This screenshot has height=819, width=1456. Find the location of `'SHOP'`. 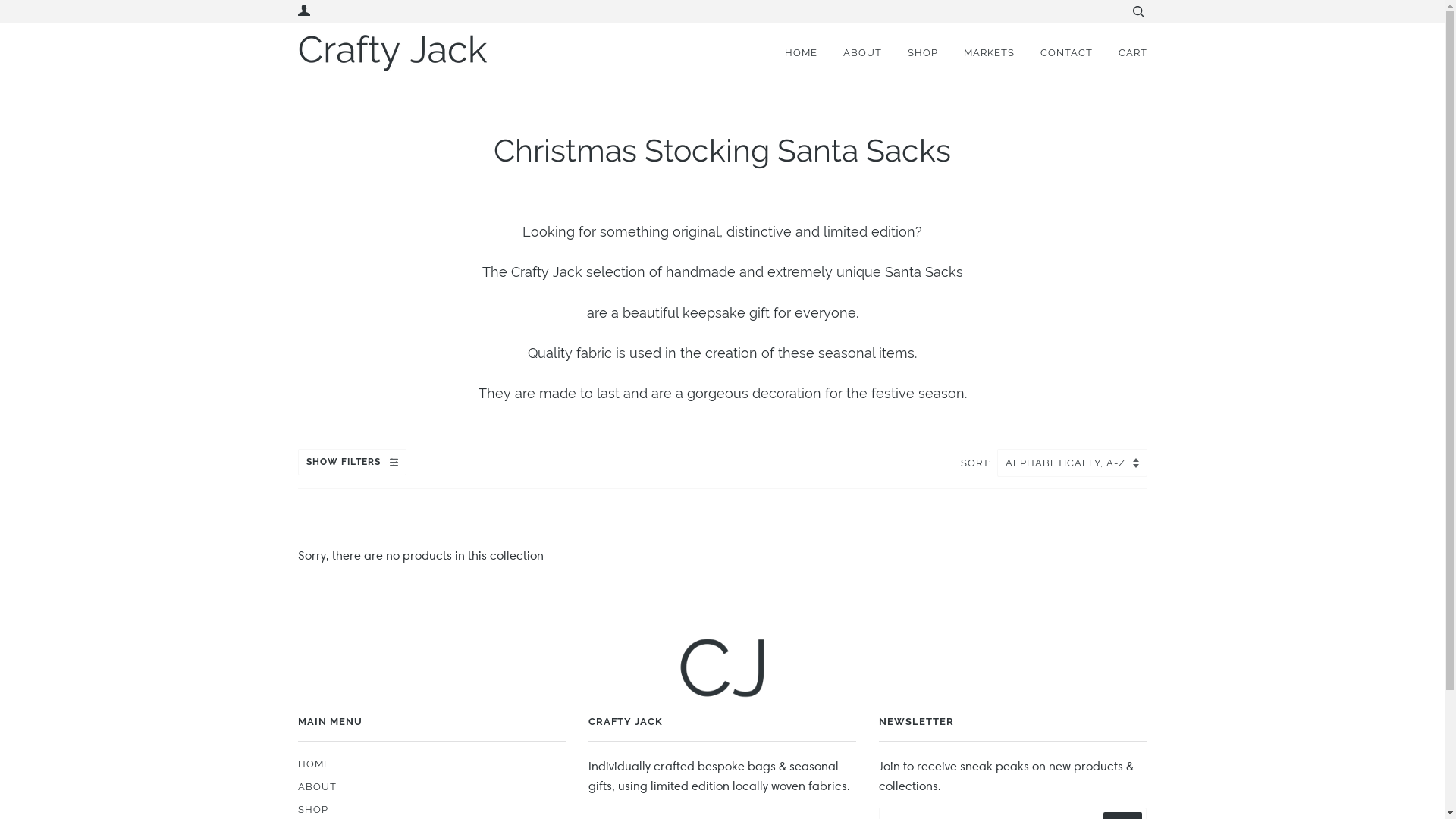

'SHOP' is located at coordinates (312, 808).